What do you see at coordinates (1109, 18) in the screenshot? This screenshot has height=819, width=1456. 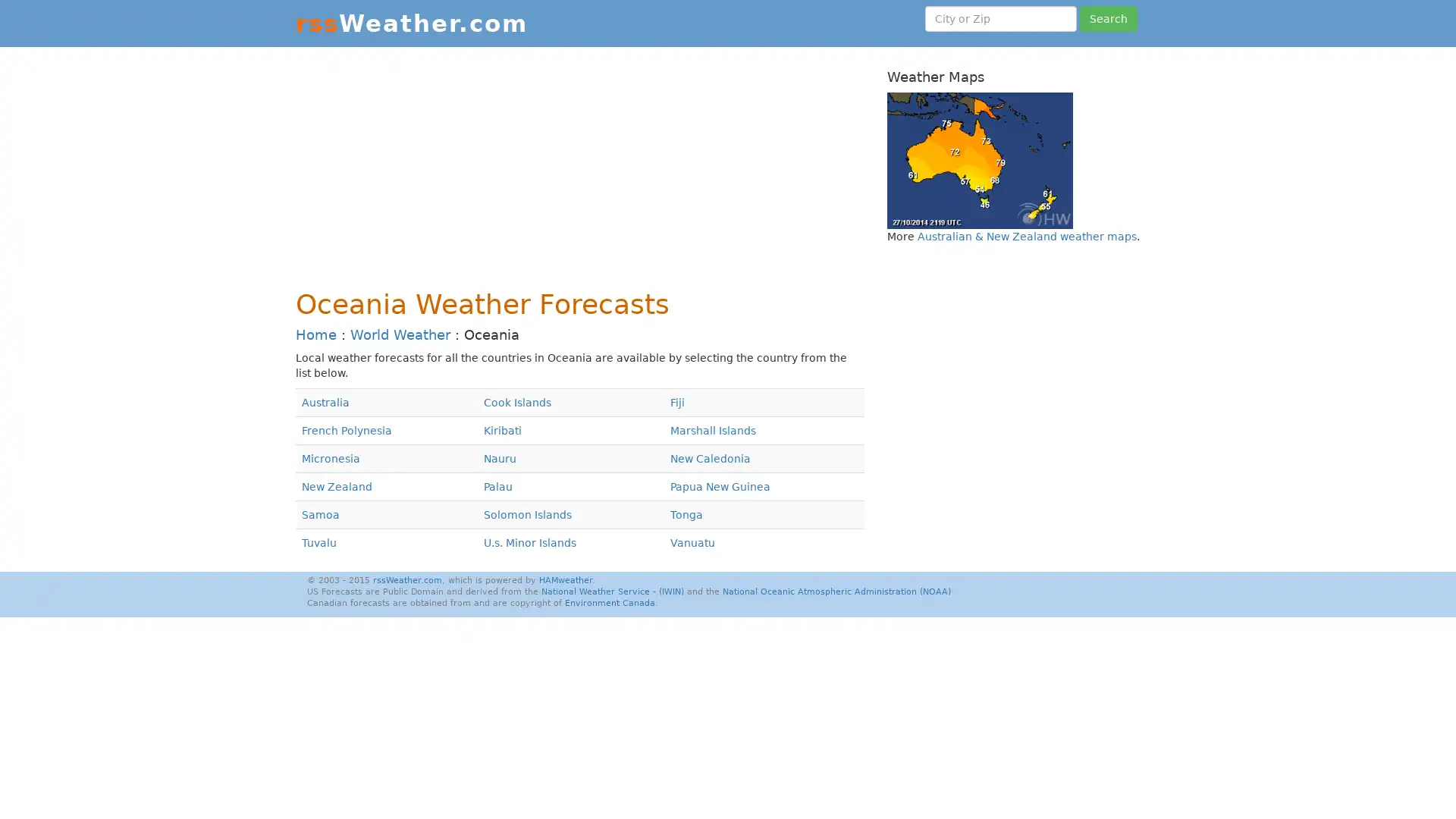 I see `Search` at bounding box center [1109, 18].